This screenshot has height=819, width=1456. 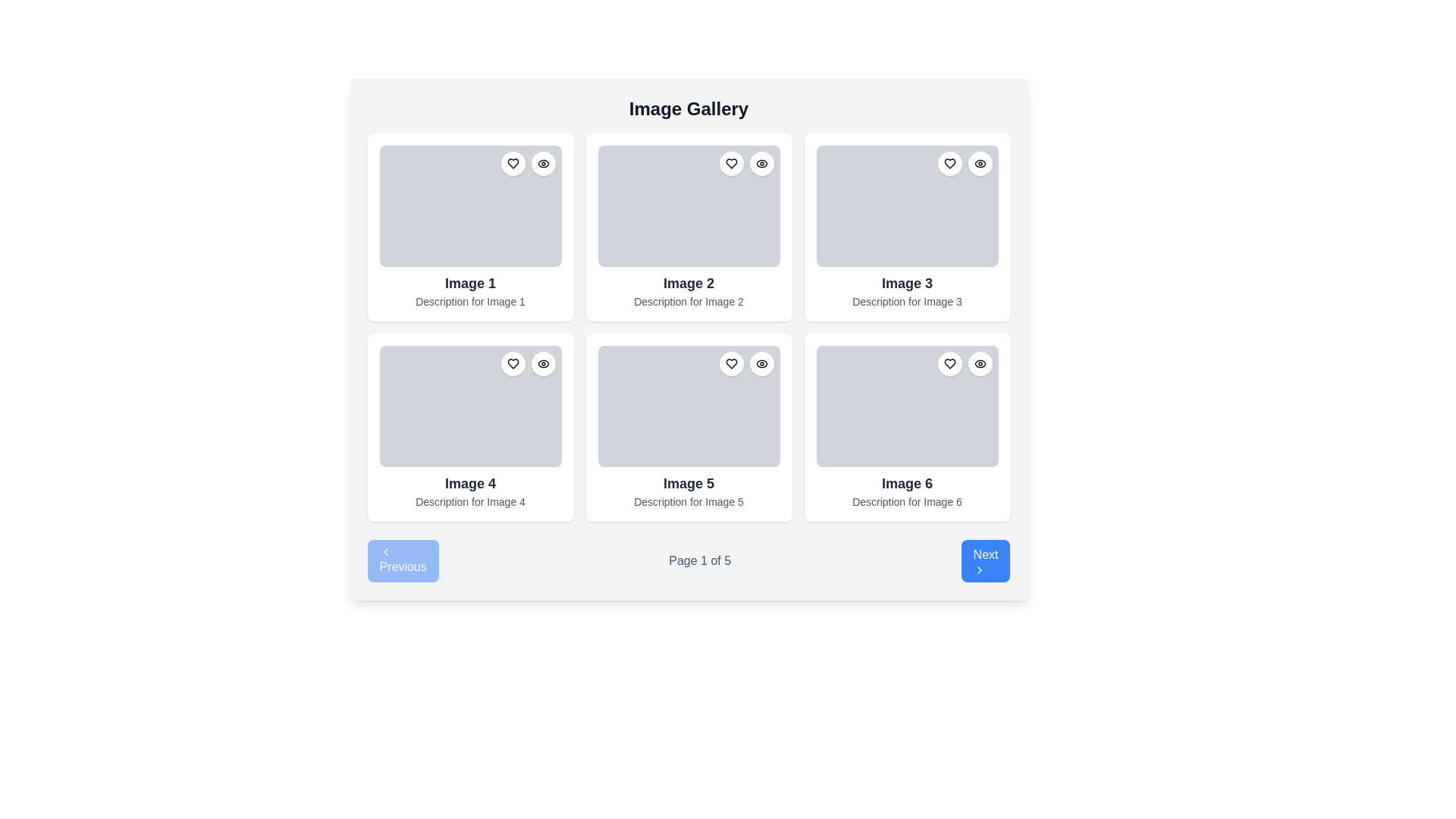 I want to click on the Card element located in the second row and first column of the grid layout to interact with it, so click(x=469, y=427).